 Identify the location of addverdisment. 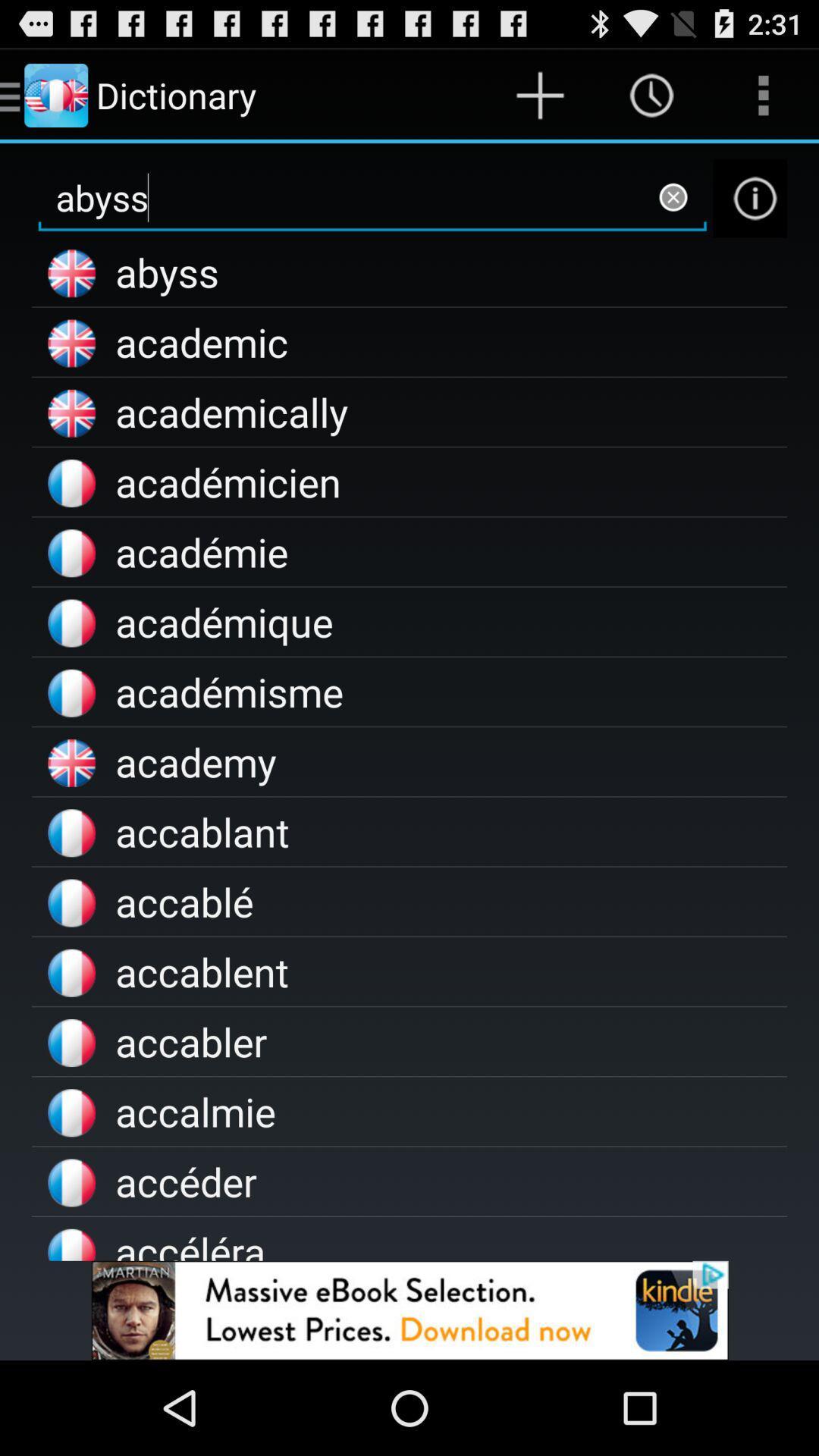
(409, 1310).